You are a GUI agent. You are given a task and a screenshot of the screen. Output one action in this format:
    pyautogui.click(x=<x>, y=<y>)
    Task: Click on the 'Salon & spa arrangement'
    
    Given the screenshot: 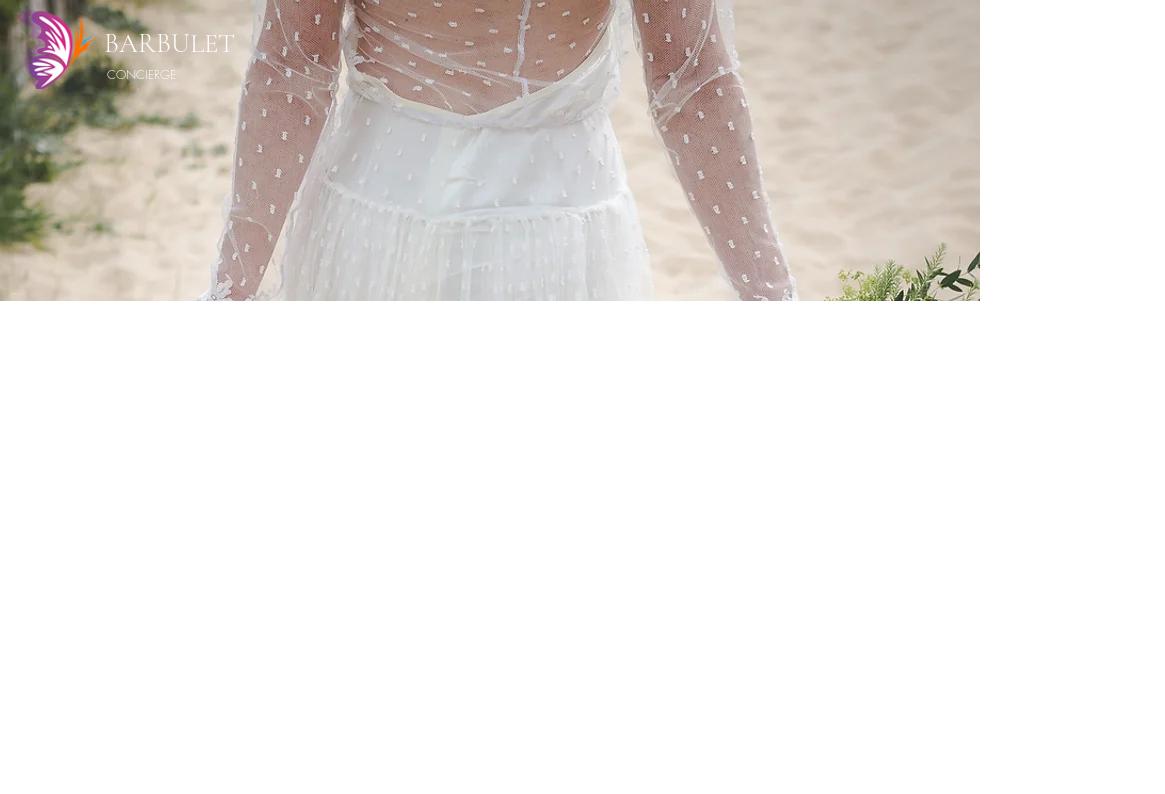 What is the action you would take?
    pyautogui.click(x=644, y=651)
    